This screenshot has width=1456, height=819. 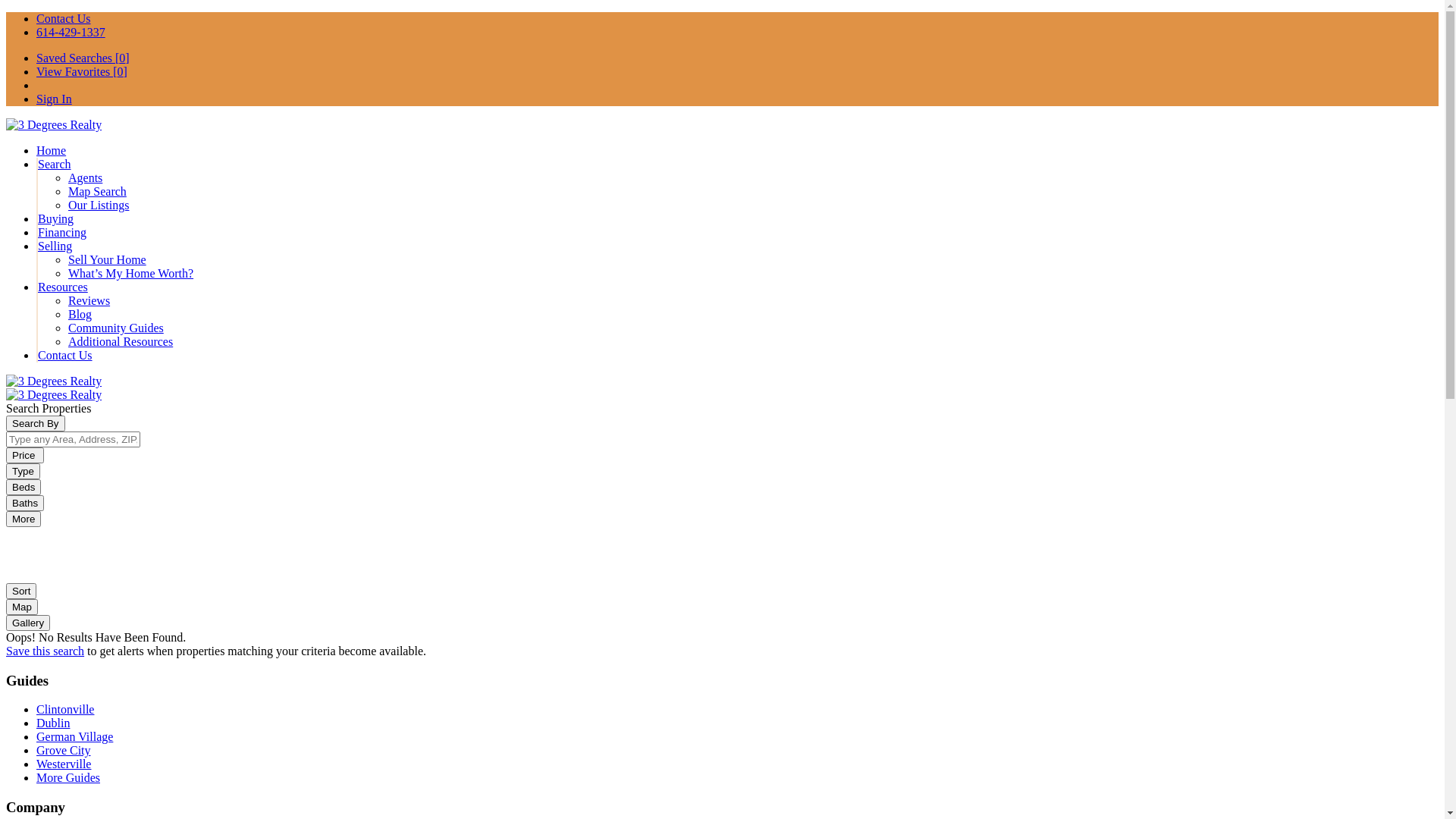 What do you see at coordinates (82, 57) in the screenshot?
I see `'Saved Searches [0]'` at bounding box center [82, 57].